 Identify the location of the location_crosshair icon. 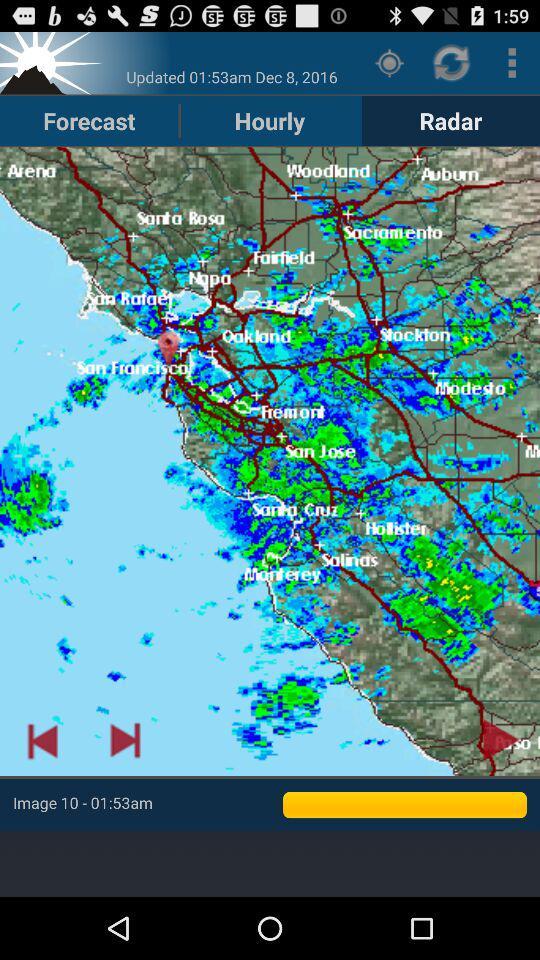
(389, 67).